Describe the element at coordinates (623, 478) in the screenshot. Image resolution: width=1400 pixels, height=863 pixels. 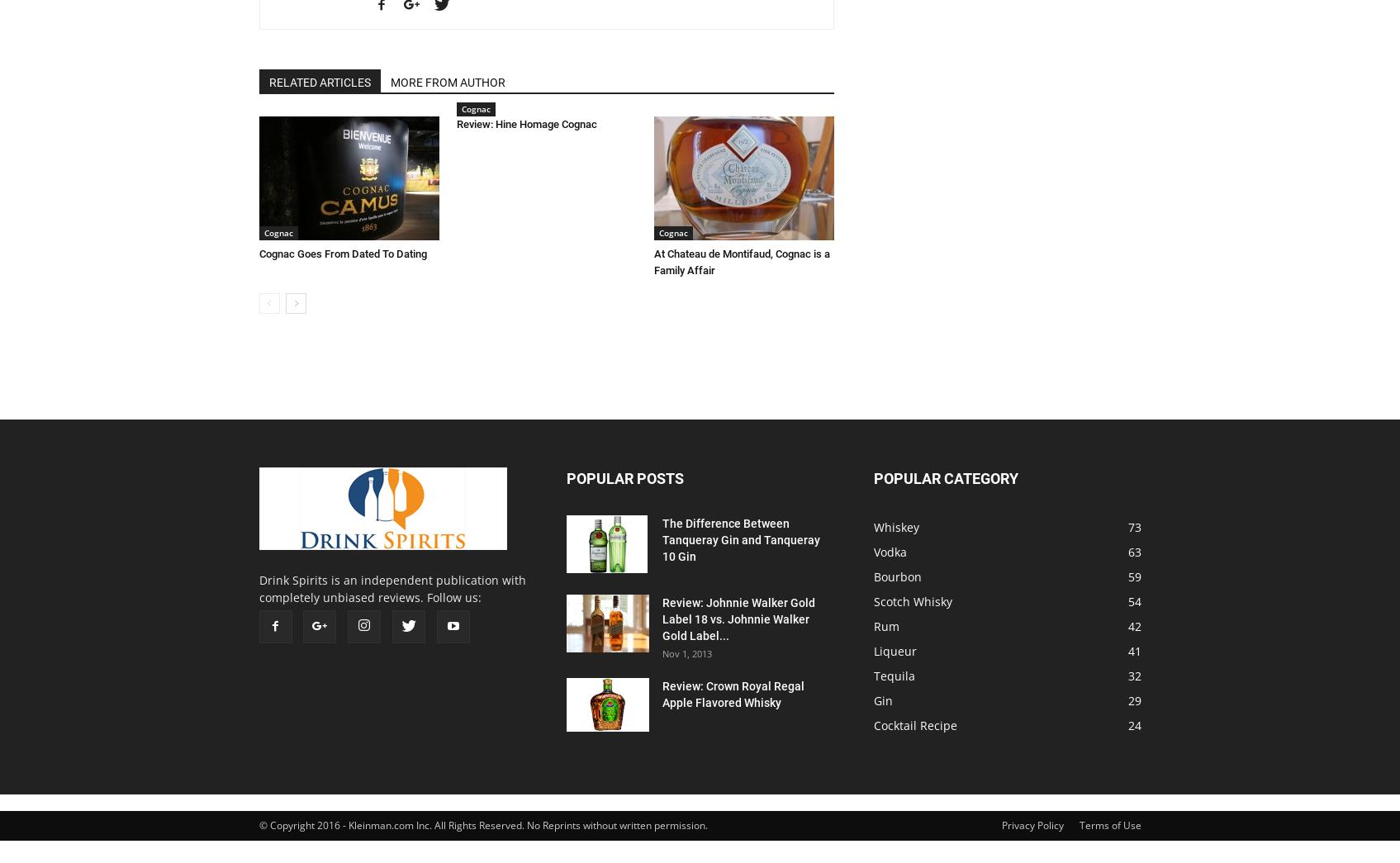
I see `'POPULAR POSTS'` at that location.